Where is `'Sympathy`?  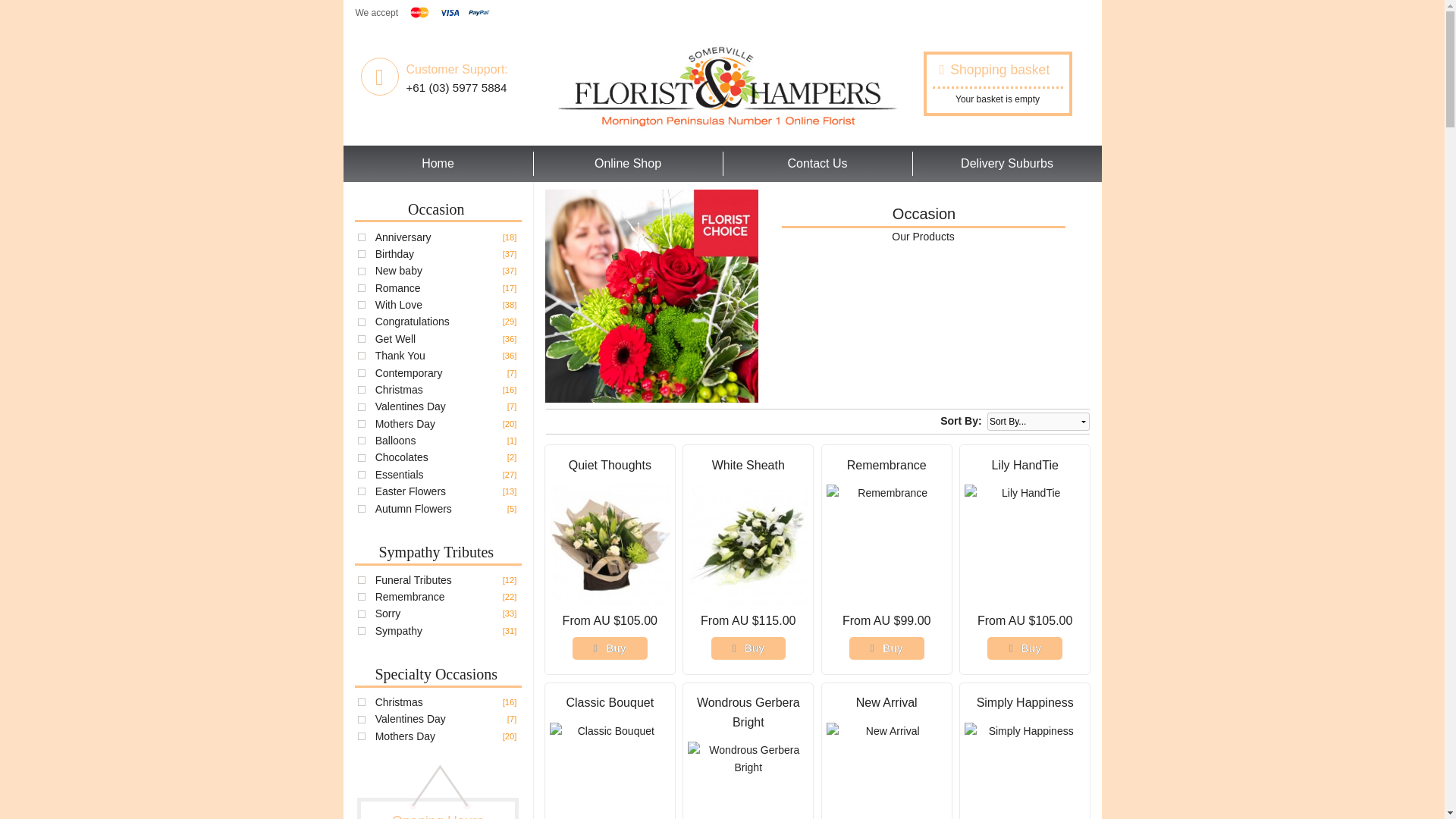 'Sympathy is located at coordinates (375, 631).